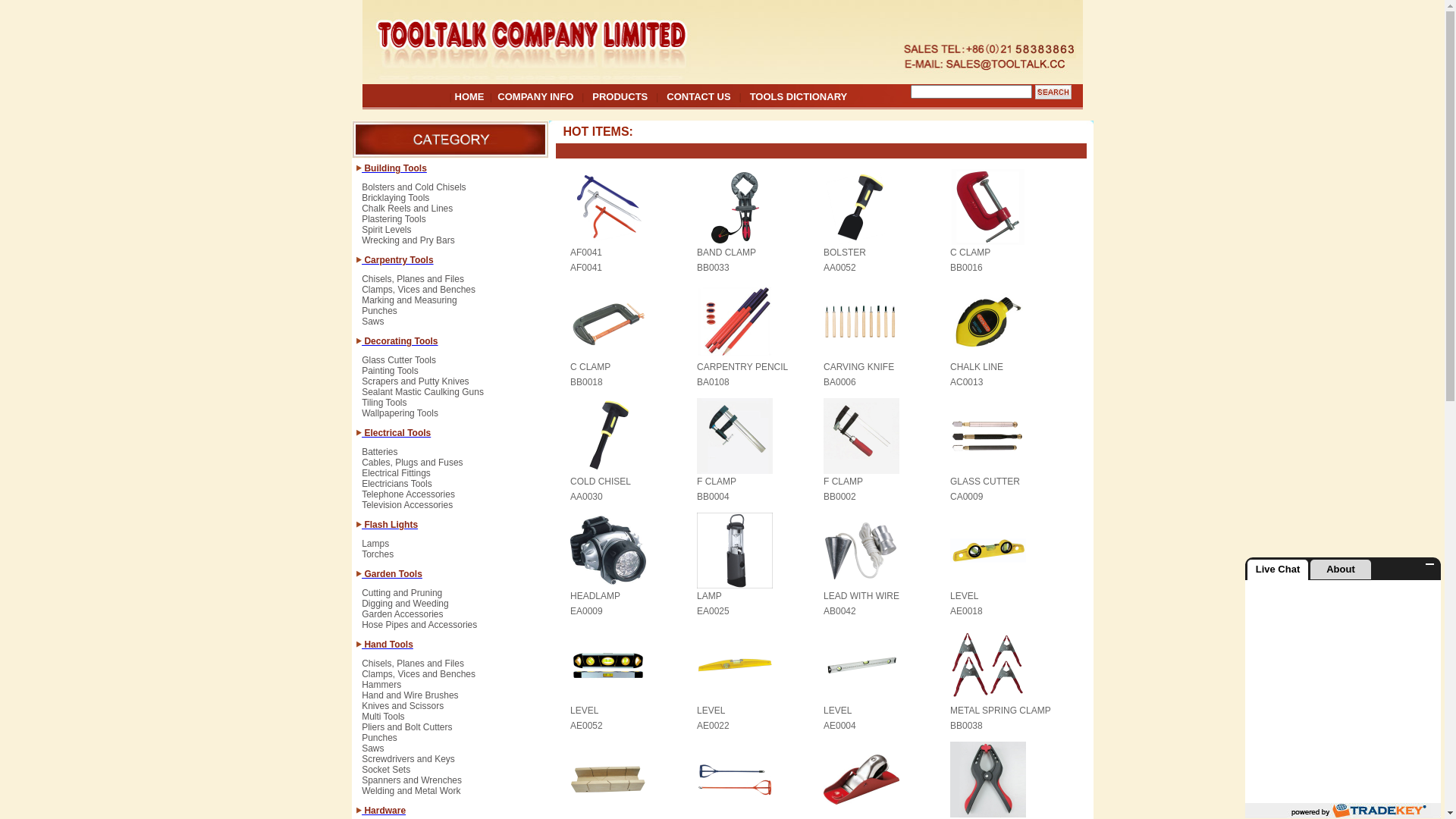 The image size is (1456, 819). I want to click on 'Screwdrivers and Keys', so click(408, 764).